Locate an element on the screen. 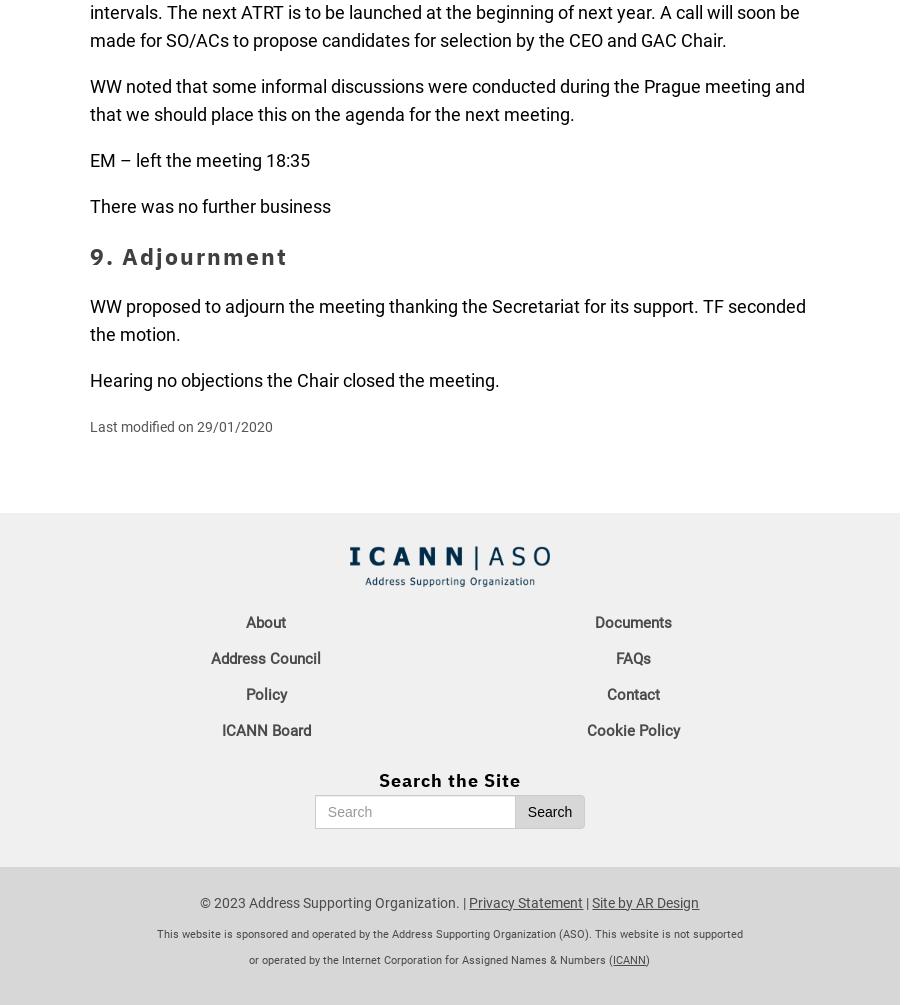 The image size is (915, 1005). 'WW proposed to adjourn the meeting thanking the Secretariat for its support. TF seconded the motion.' is located at coordinates (447, 319).